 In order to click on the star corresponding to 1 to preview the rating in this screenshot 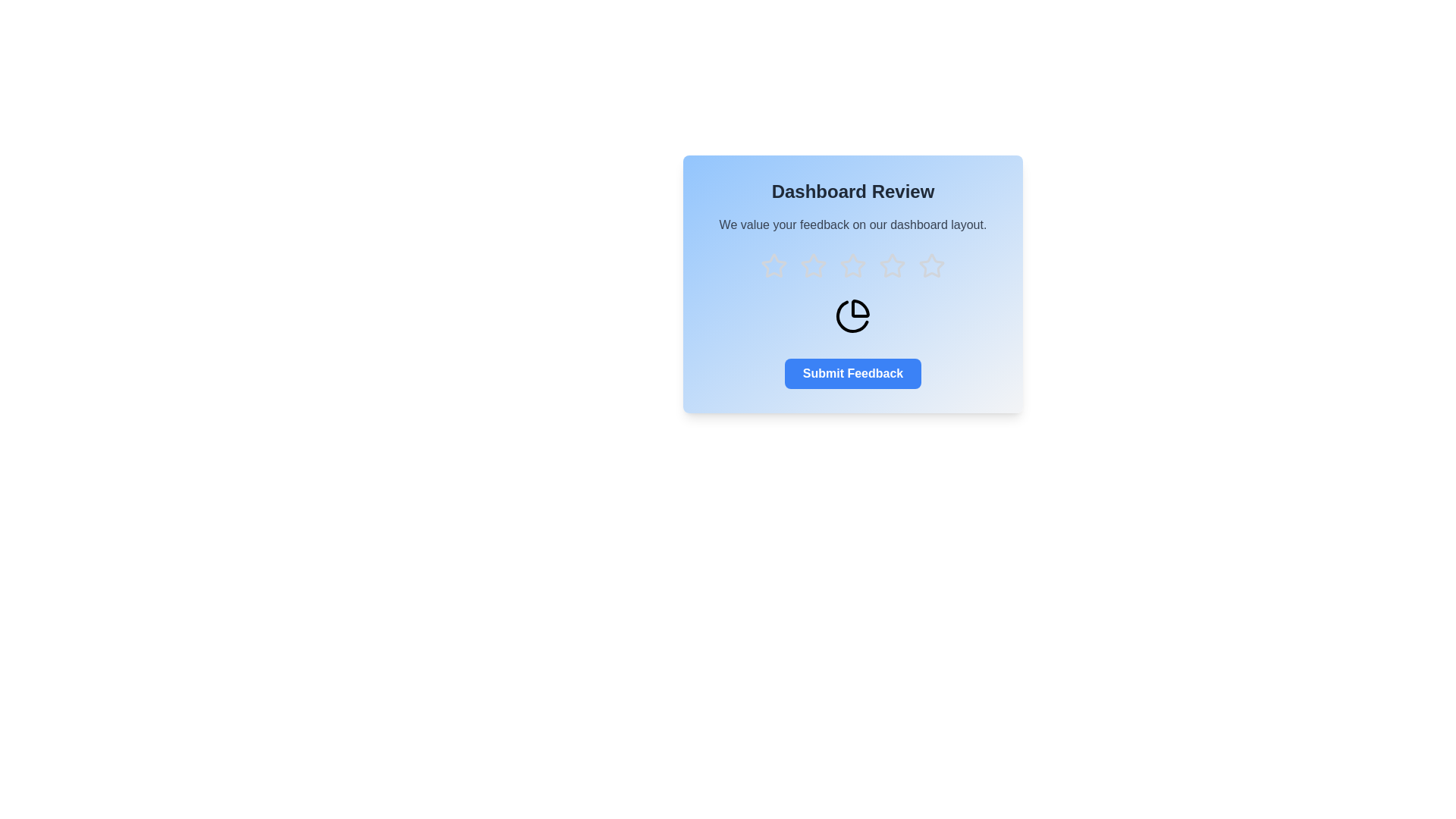, I will do `click(774, 265)`.